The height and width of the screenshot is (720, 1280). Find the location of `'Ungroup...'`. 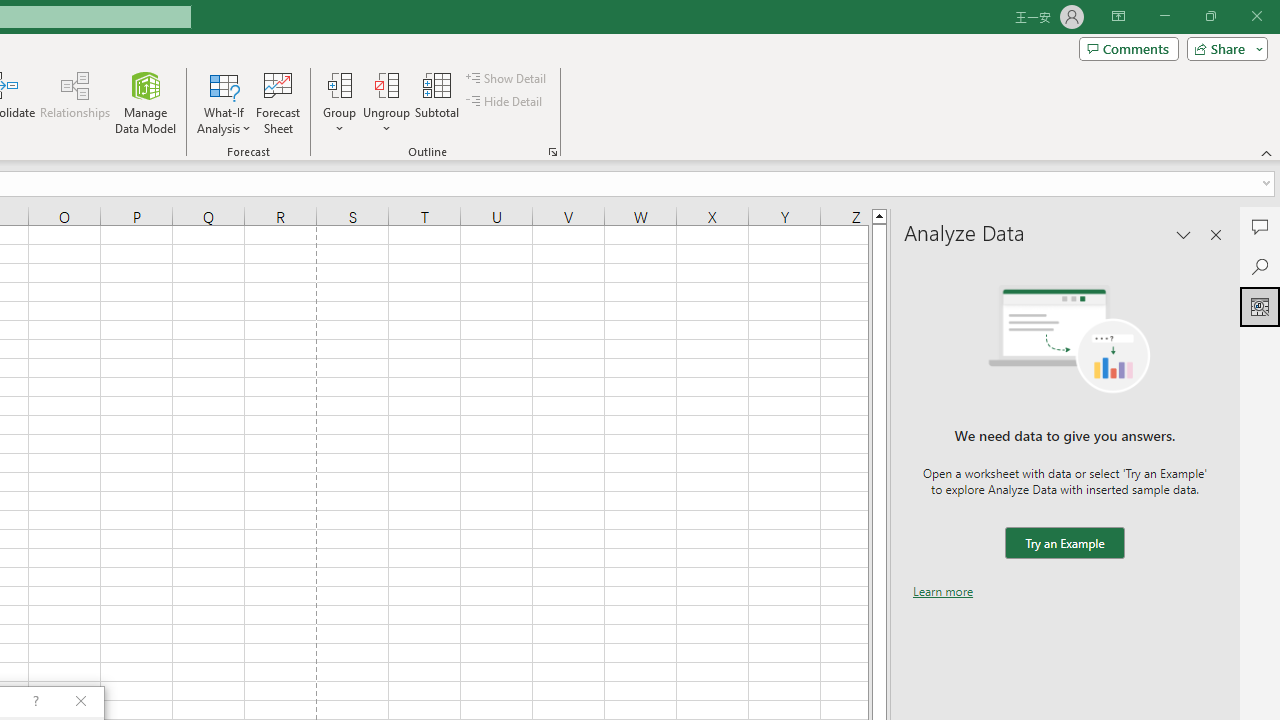

'Ungroup...' is located at coordinates (387, 84).